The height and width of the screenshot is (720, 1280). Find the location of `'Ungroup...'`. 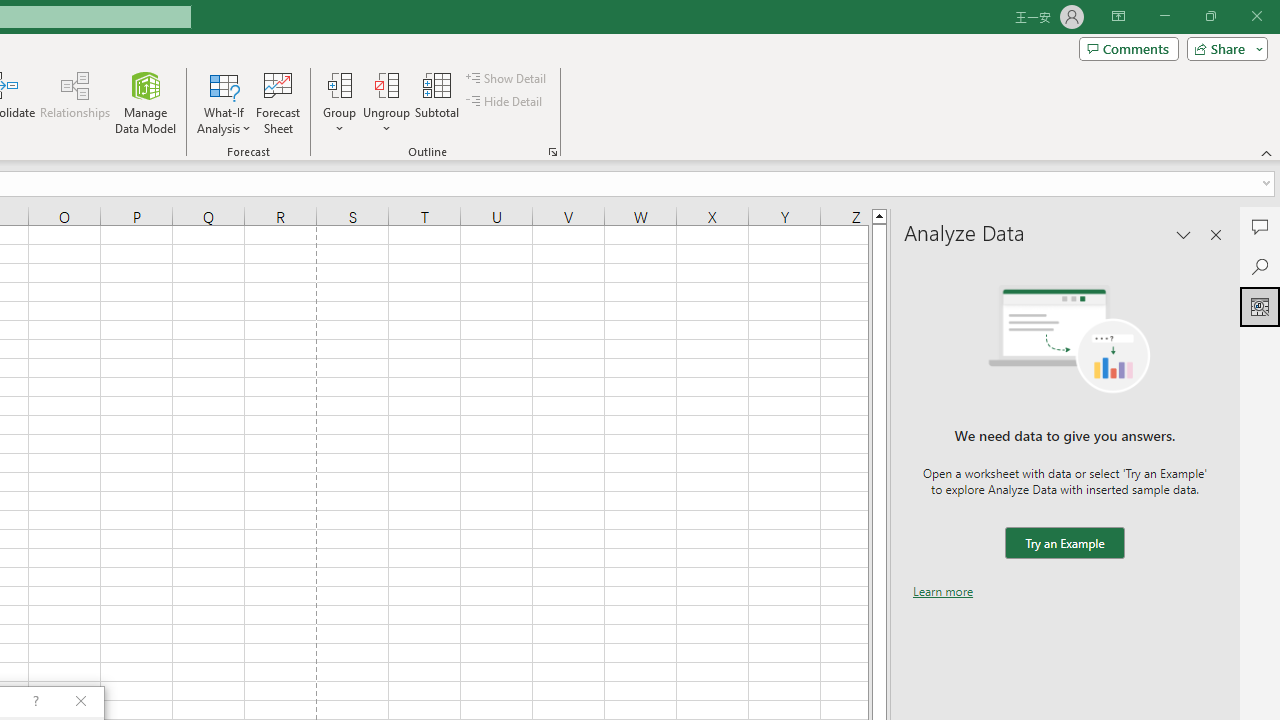

'Ungroup...' is located at coordinates (387, 84).